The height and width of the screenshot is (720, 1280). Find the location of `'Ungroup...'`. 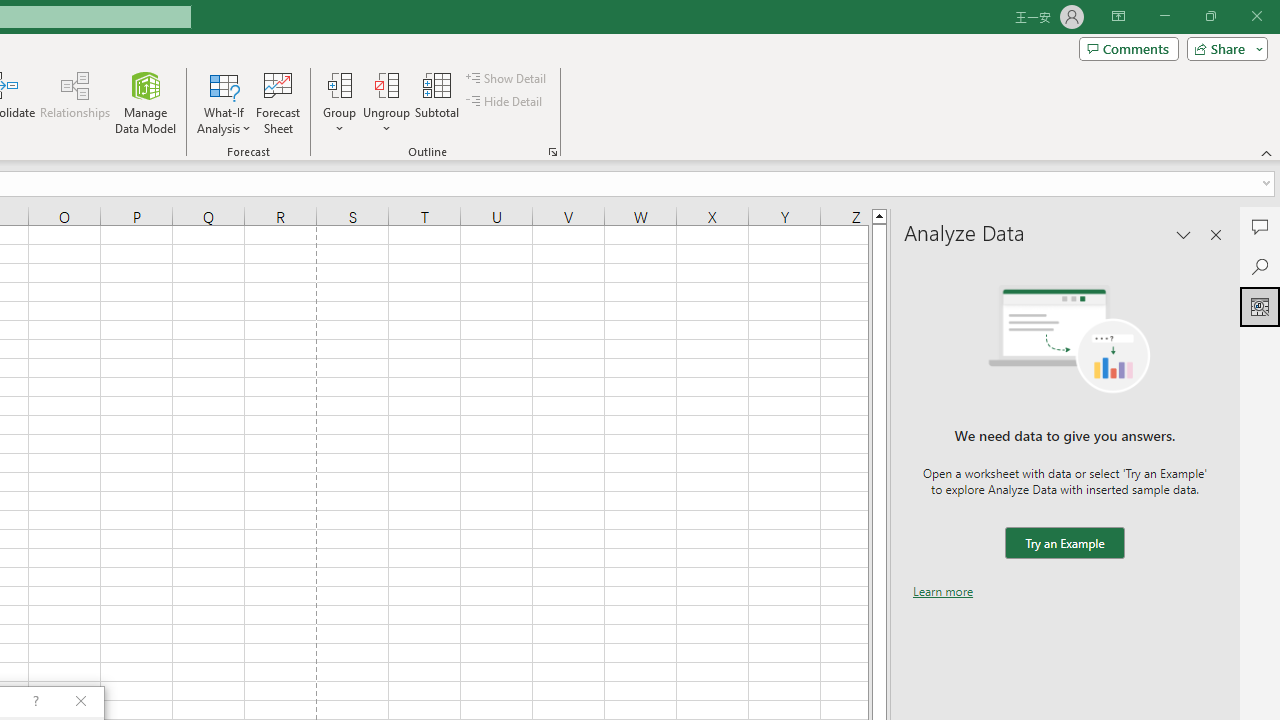

'Ungroup...' is located at coordinates (387, 84).